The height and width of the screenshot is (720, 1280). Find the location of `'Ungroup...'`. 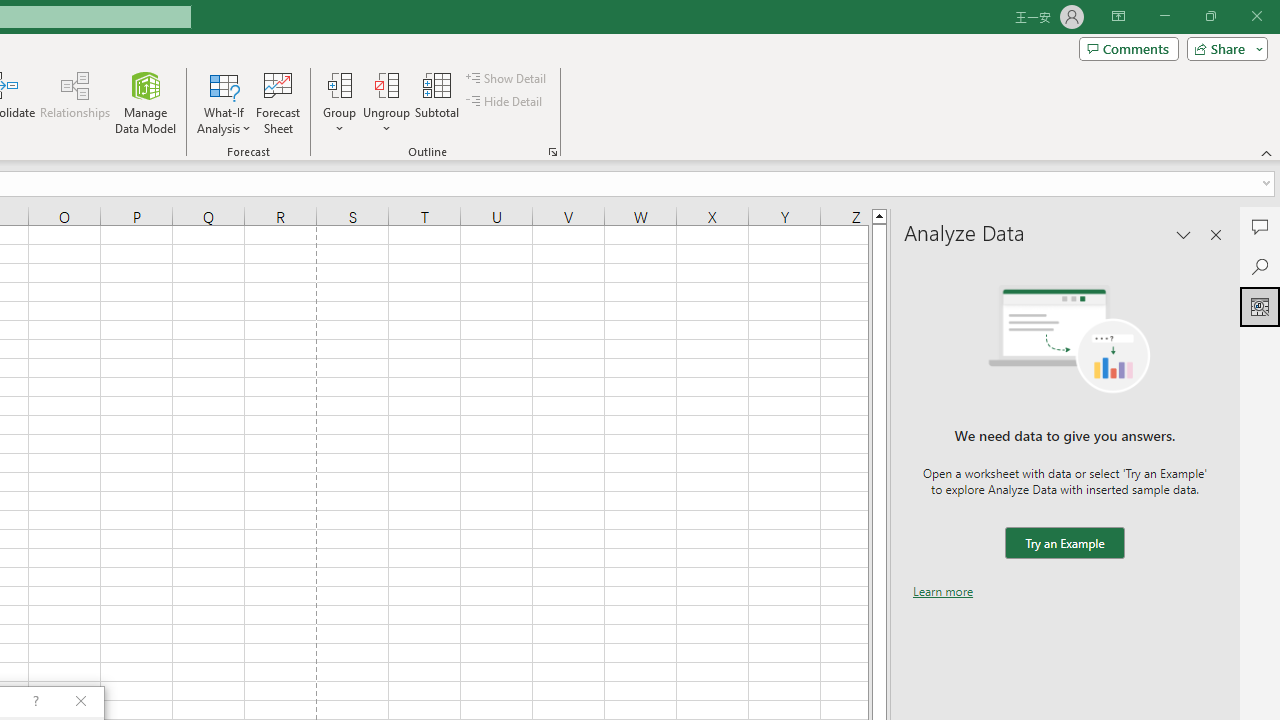

'Ungroup...' is located at coordinates (387, 84).